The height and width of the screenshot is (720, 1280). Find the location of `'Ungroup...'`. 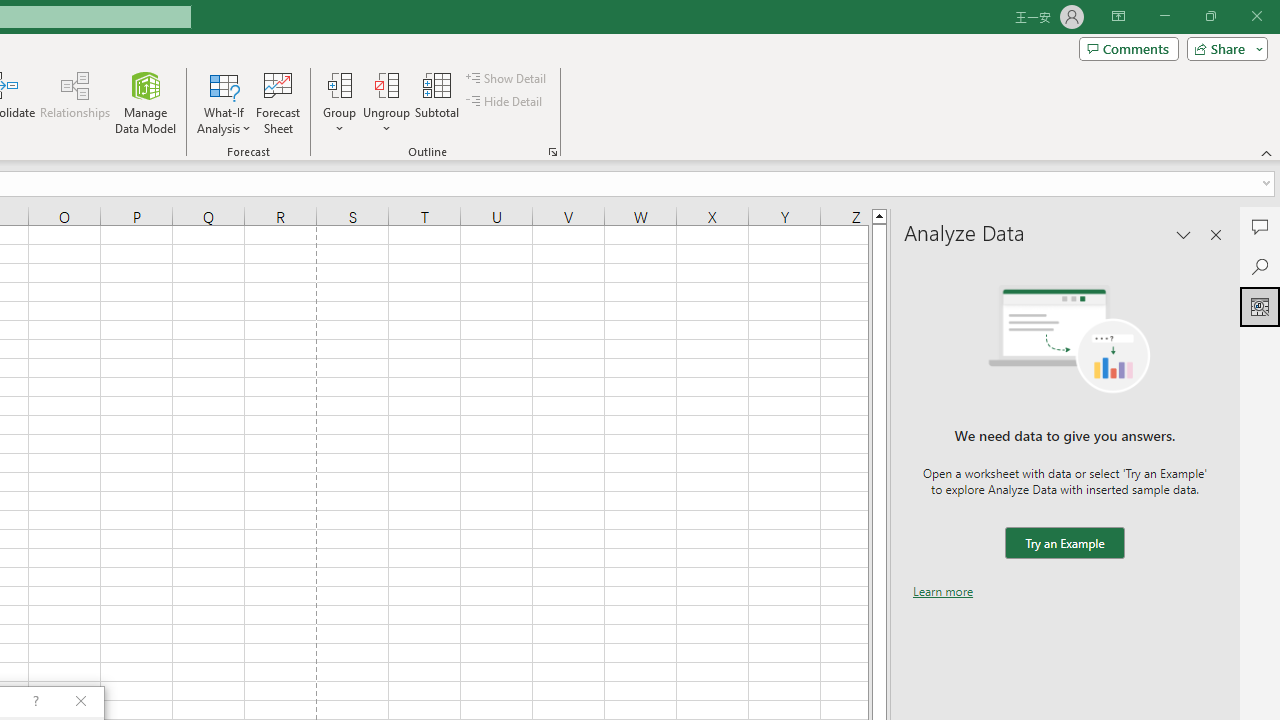

'Ungroup...' is located at coordinates (387, 84).